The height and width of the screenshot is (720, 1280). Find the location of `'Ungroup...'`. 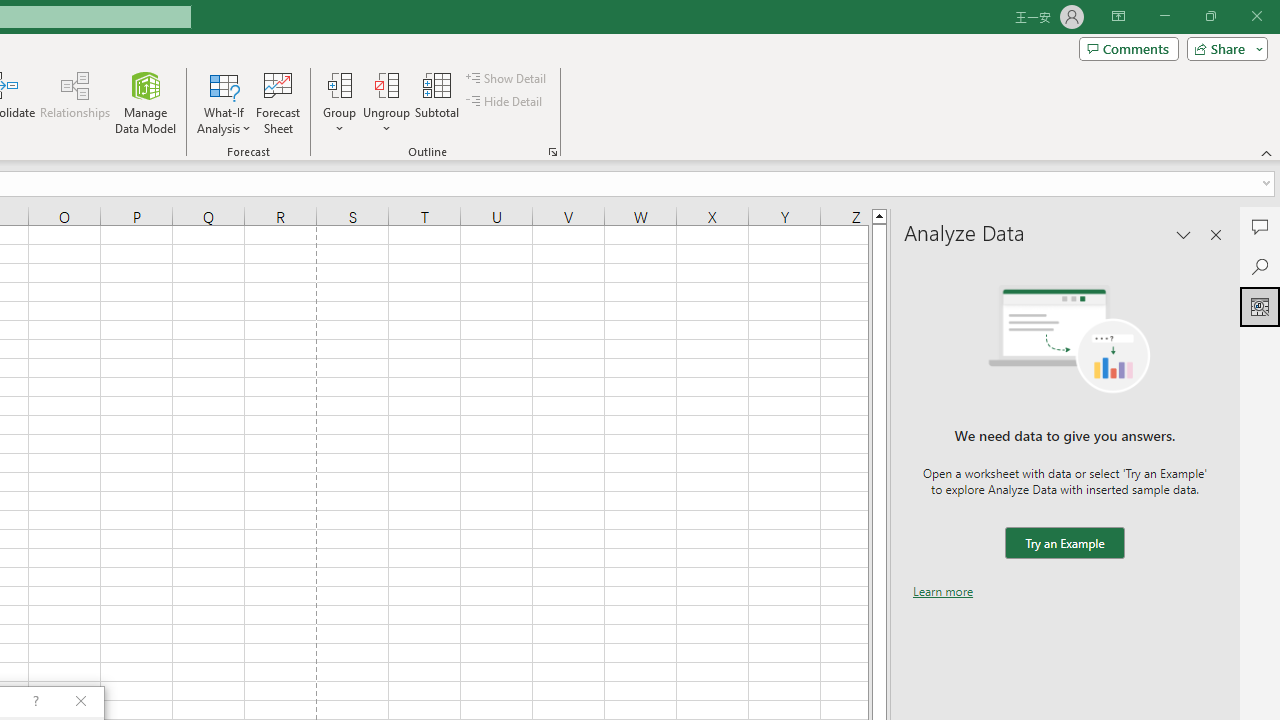

'Ungroup...' is located at coordinates (387, 84).